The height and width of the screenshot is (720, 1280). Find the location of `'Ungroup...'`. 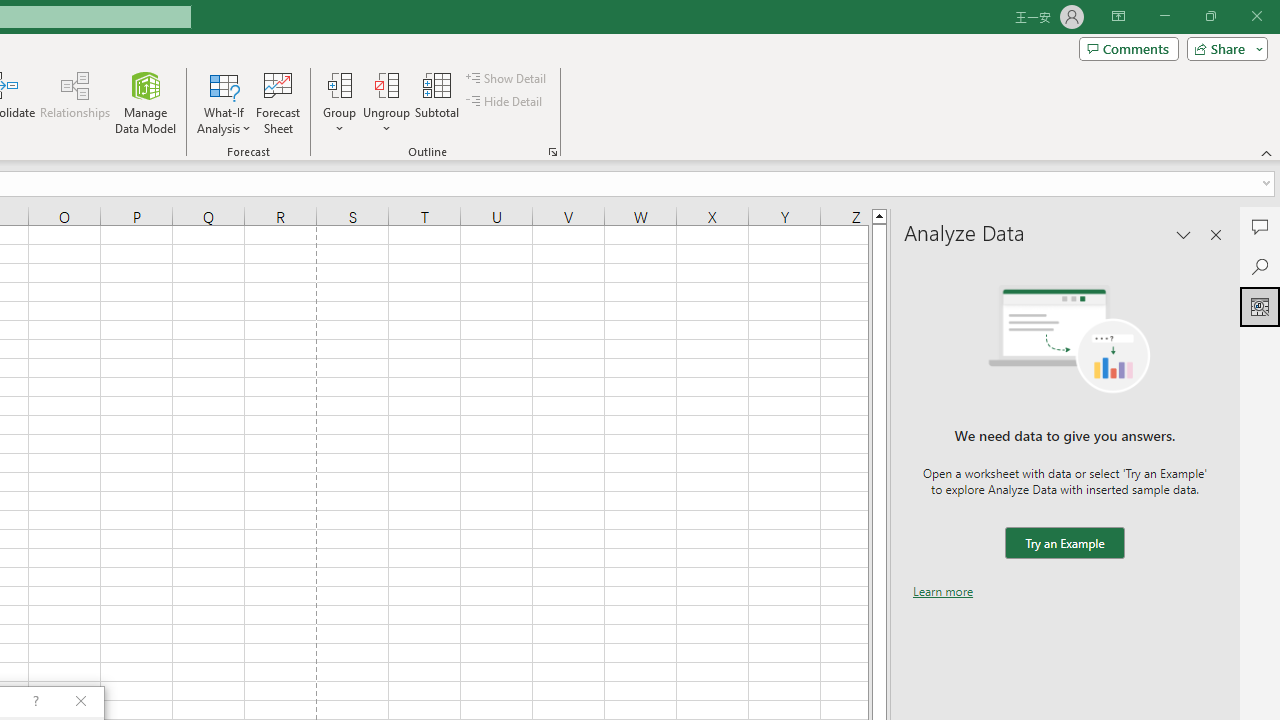

'Ungroup...' is located at coordinates (387, 84).